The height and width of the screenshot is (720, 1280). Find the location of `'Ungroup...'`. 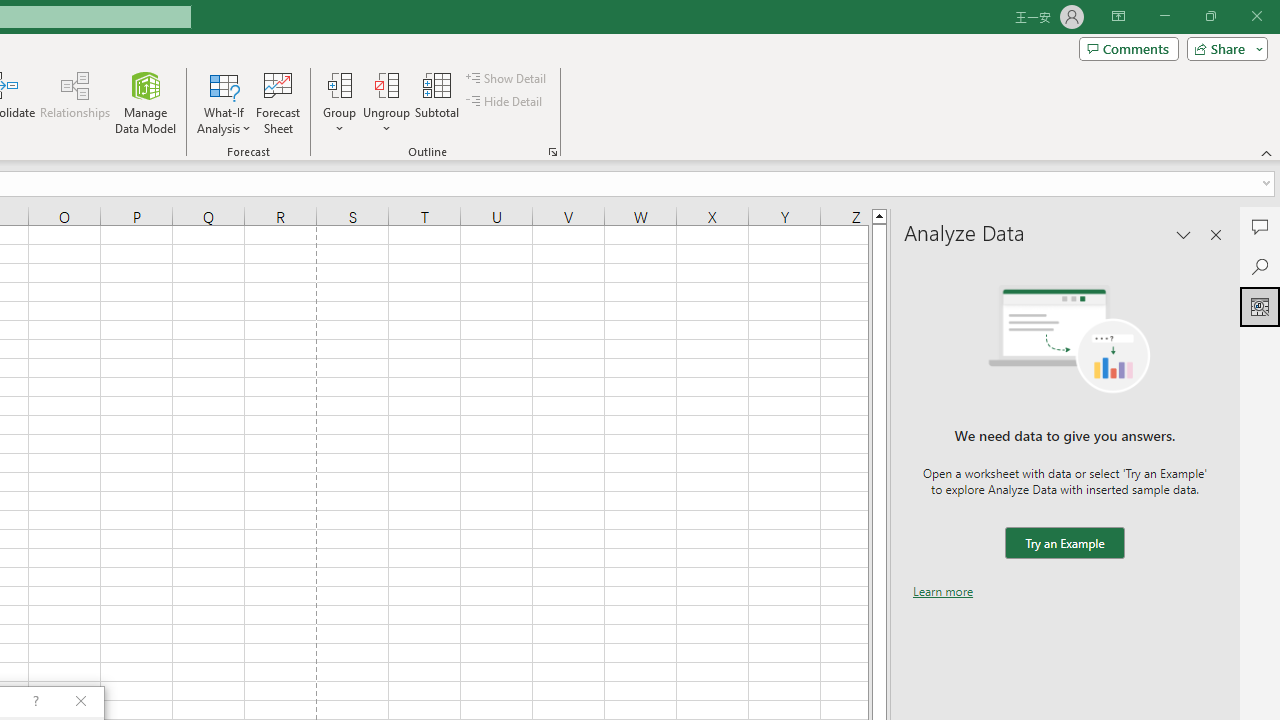

'Ungroup...' is located at coordinates (387, 84).